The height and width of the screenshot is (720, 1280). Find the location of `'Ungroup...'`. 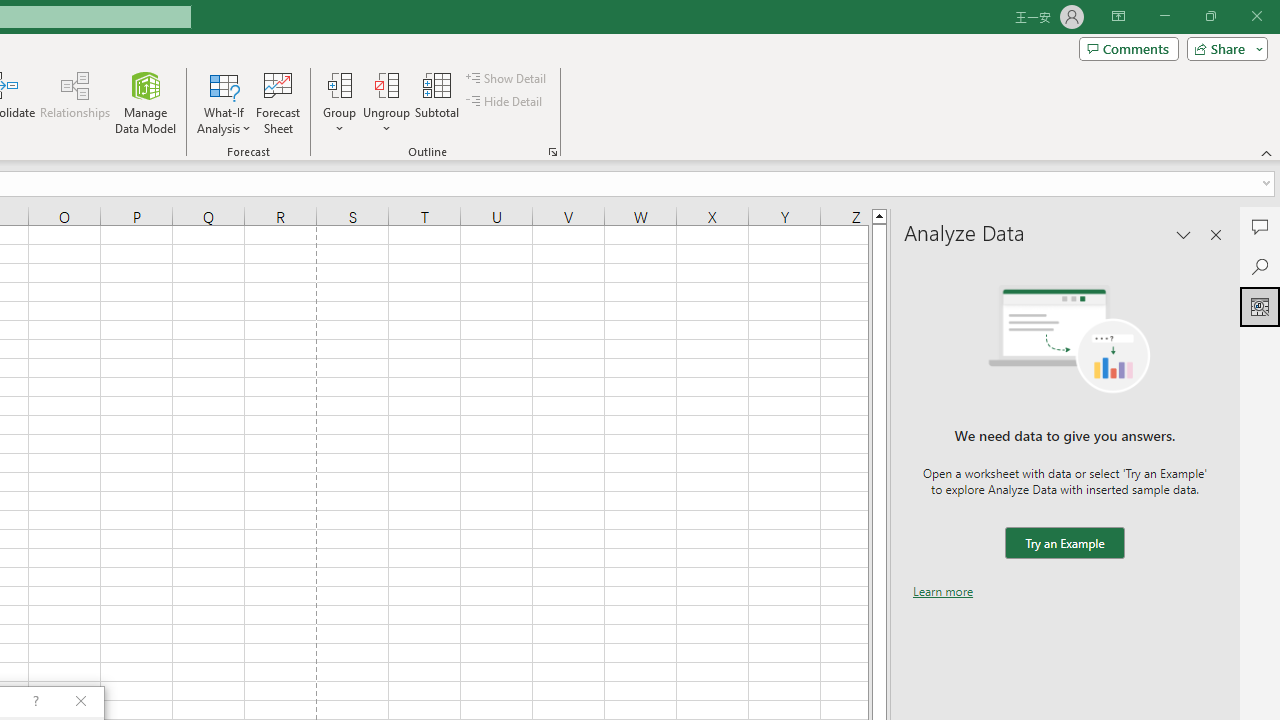

'Ungroup...' is located at coordinates (387, 84).